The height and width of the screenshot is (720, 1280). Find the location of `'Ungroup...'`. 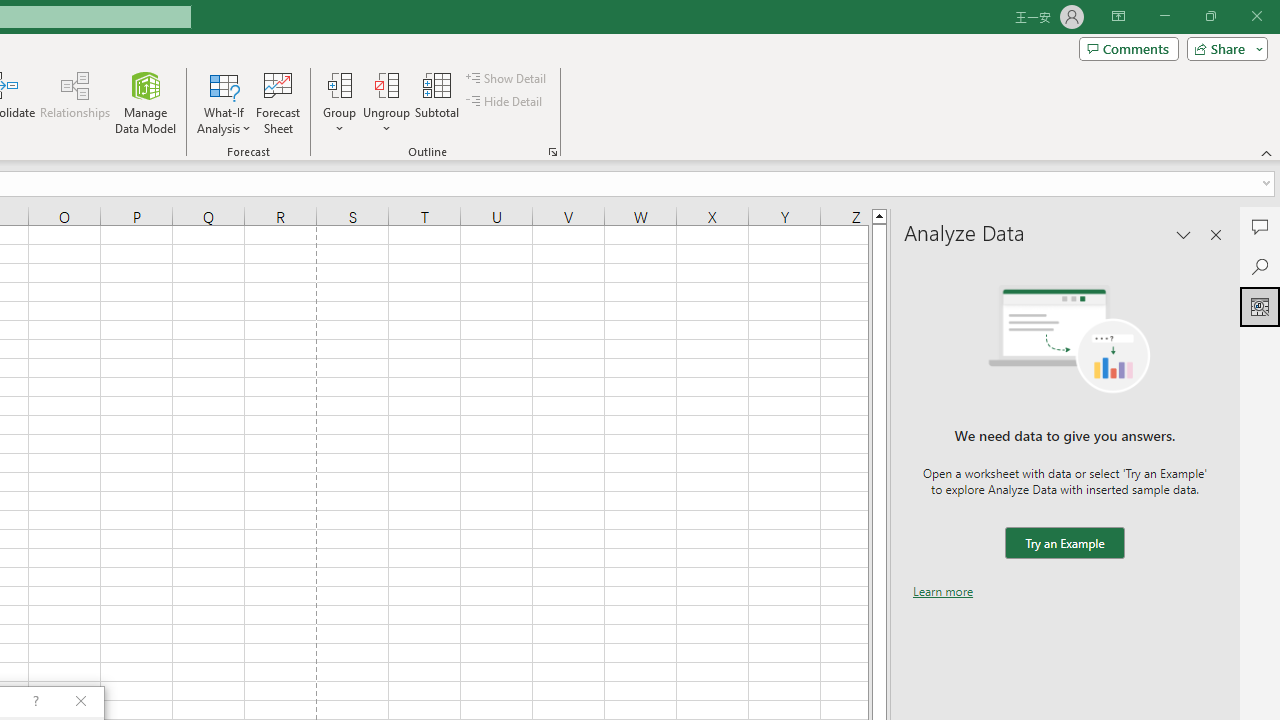

'Ungroup...' is located at coordinates (387, 84).